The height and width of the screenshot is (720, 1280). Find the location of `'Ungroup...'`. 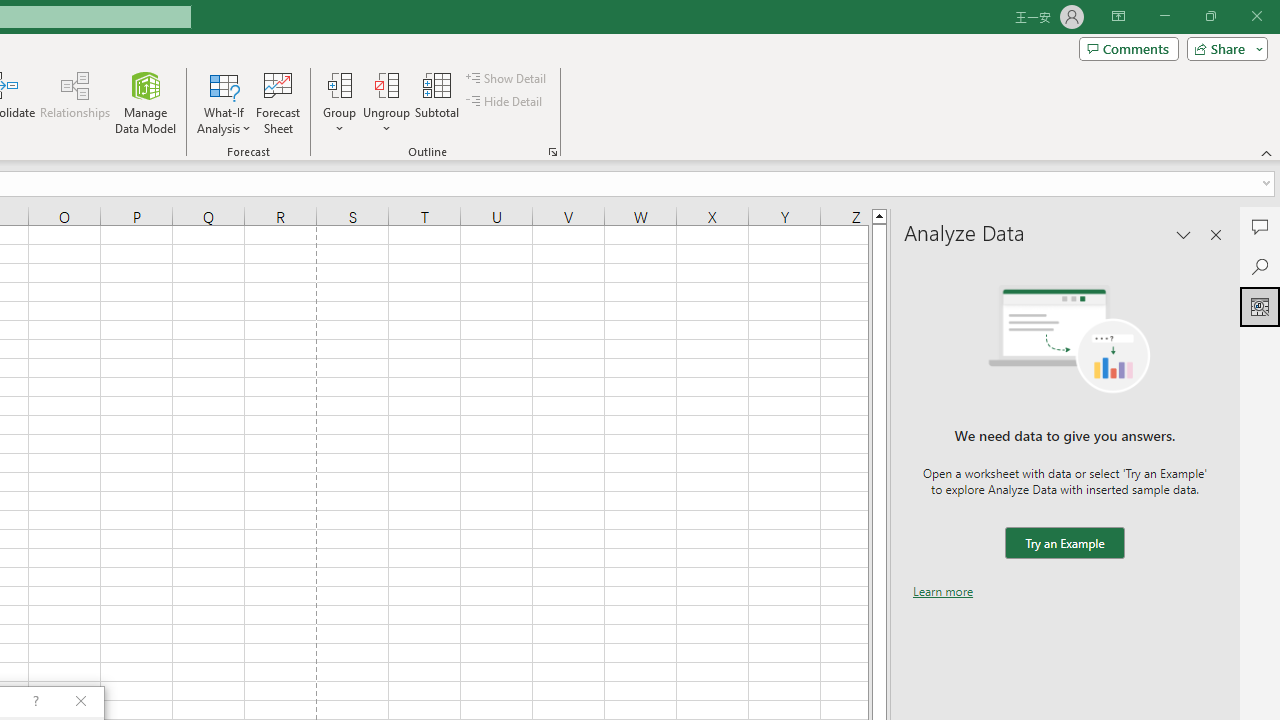

'Ungroup...' is located at coordinates (387, 84).